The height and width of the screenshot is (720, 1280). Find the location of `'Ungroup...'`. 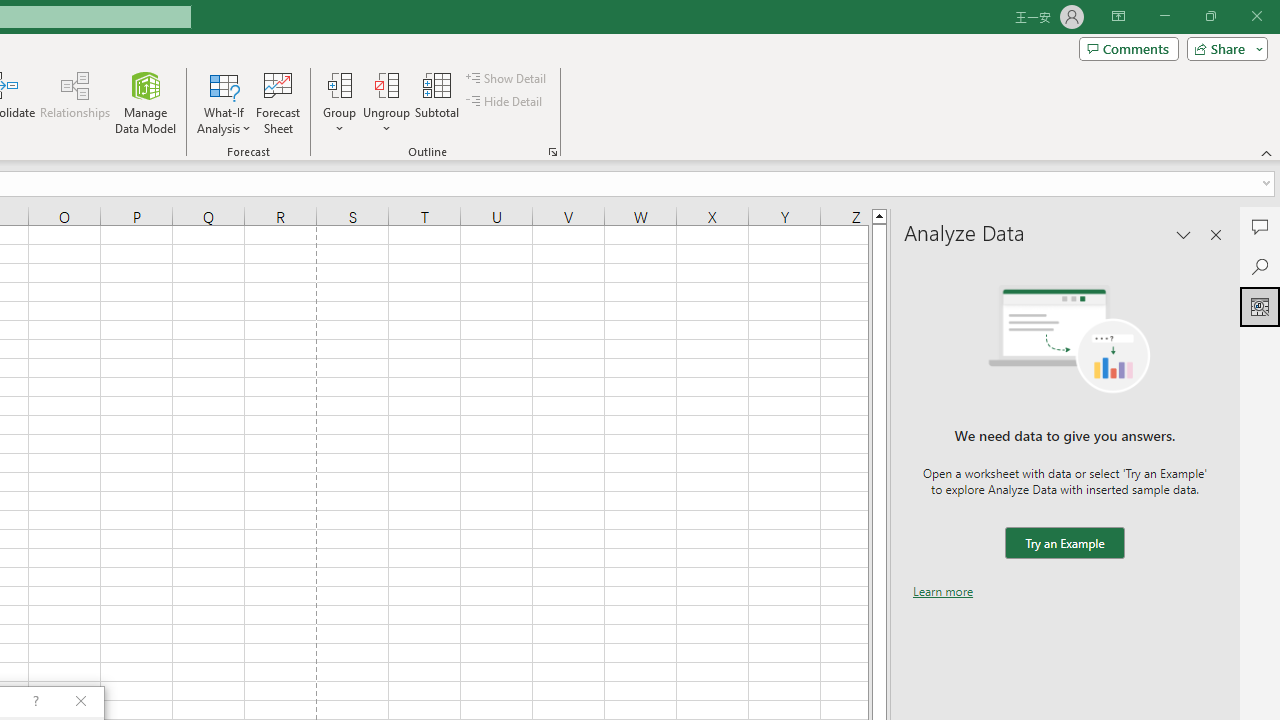

'Ungroup...' is located at coordinates (387, 84).